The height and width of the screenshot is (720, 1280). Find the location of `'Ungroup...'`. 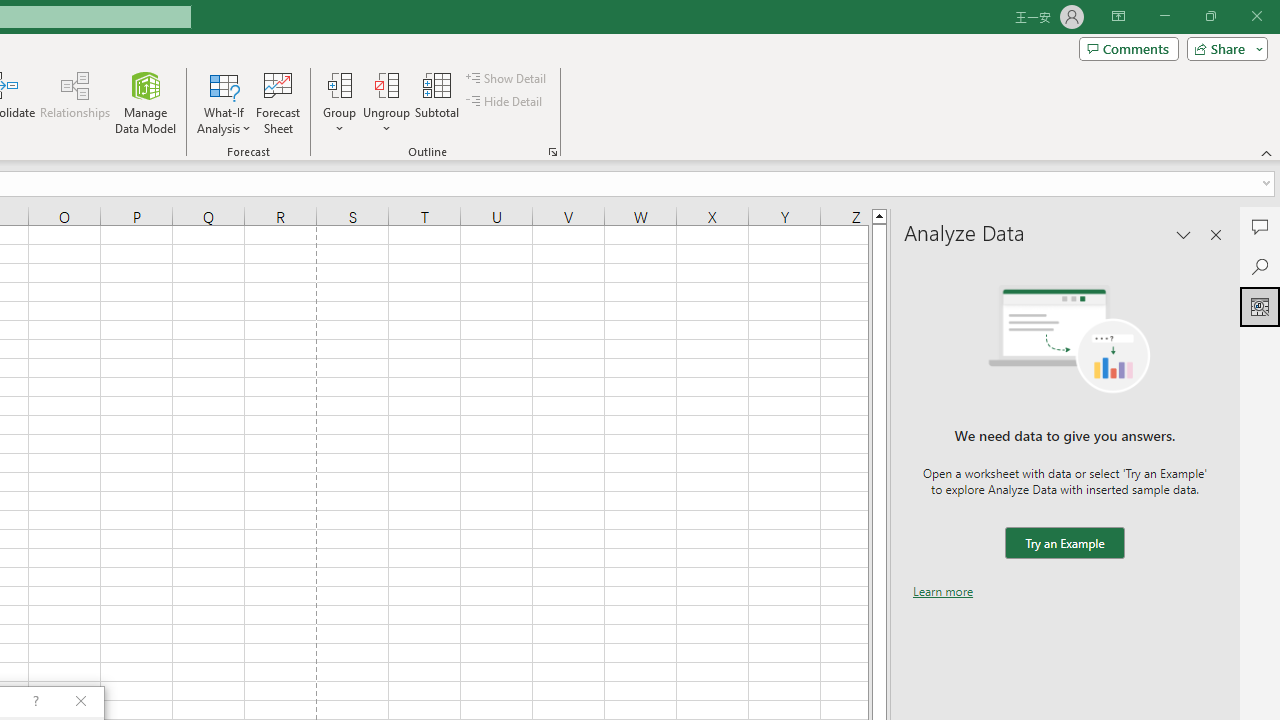

'Ungroup...' is located at coordinates (387, 84).